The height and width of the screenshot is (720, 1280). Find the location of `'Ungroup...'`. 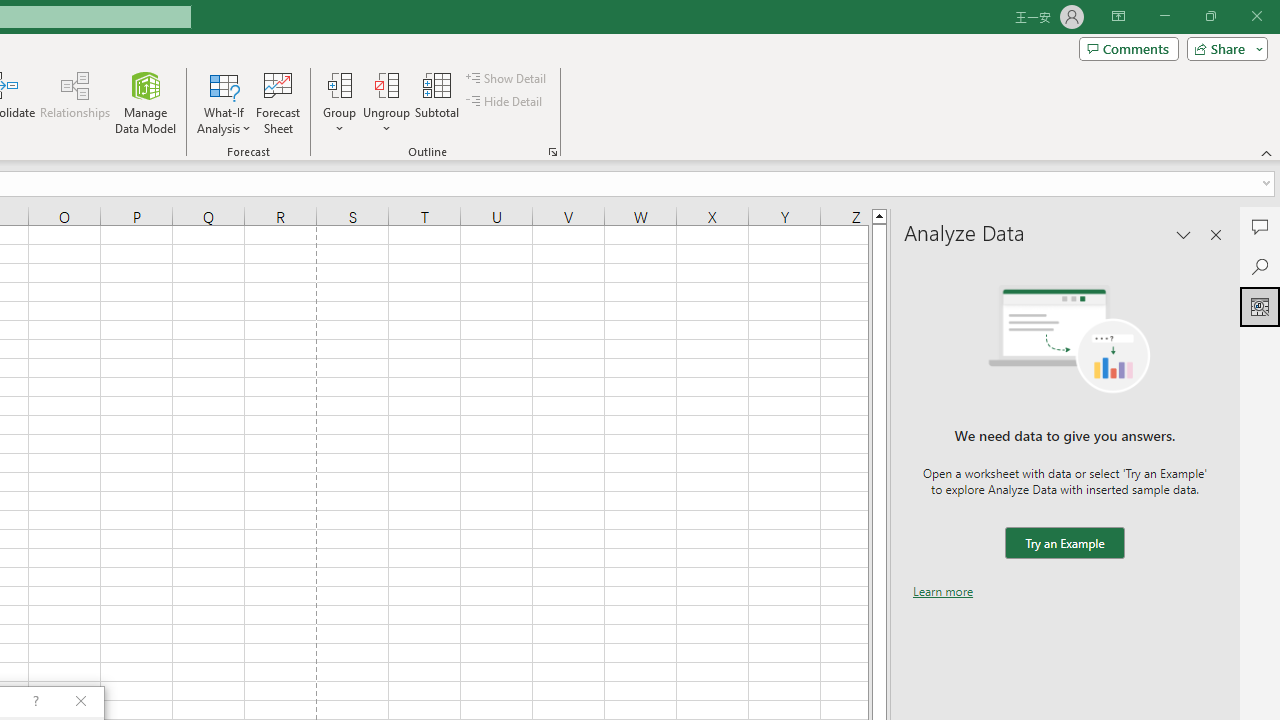

'Ungroup...' is located at coordinates (387, 84).